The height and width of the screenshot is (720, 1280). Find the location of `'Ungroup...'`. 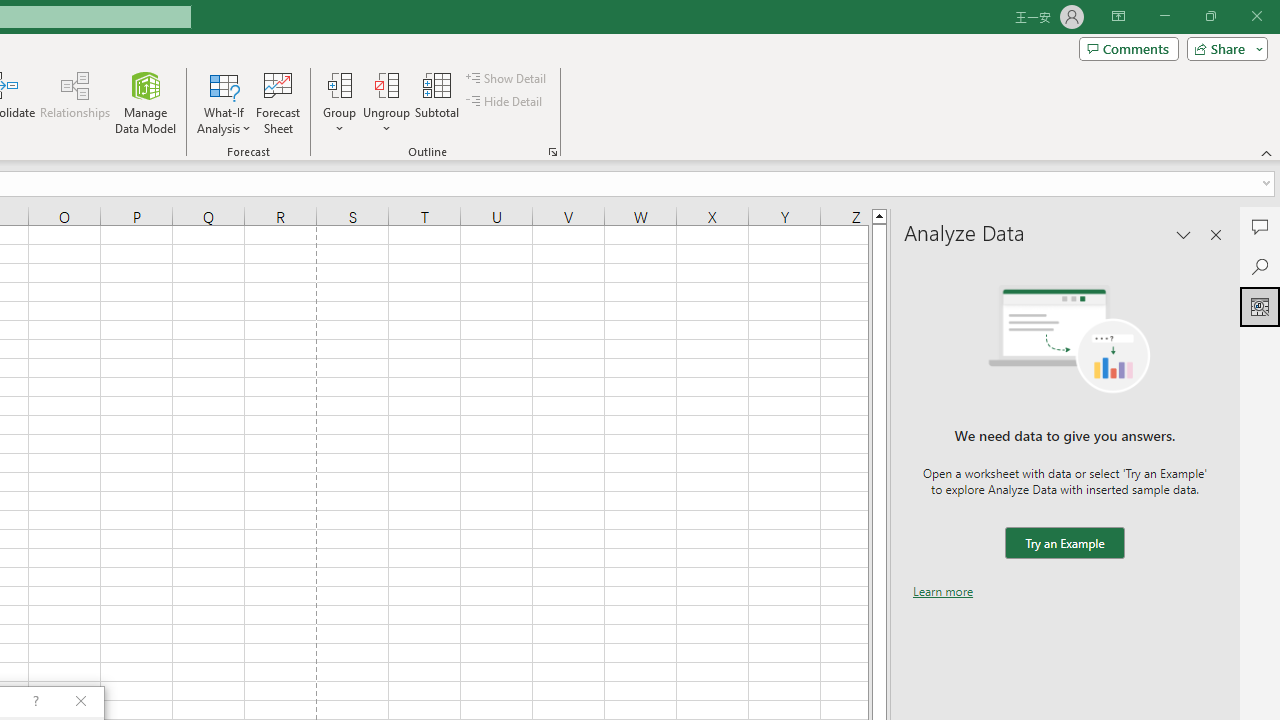

'Ungroup...' is located at coordinates (387, 84).